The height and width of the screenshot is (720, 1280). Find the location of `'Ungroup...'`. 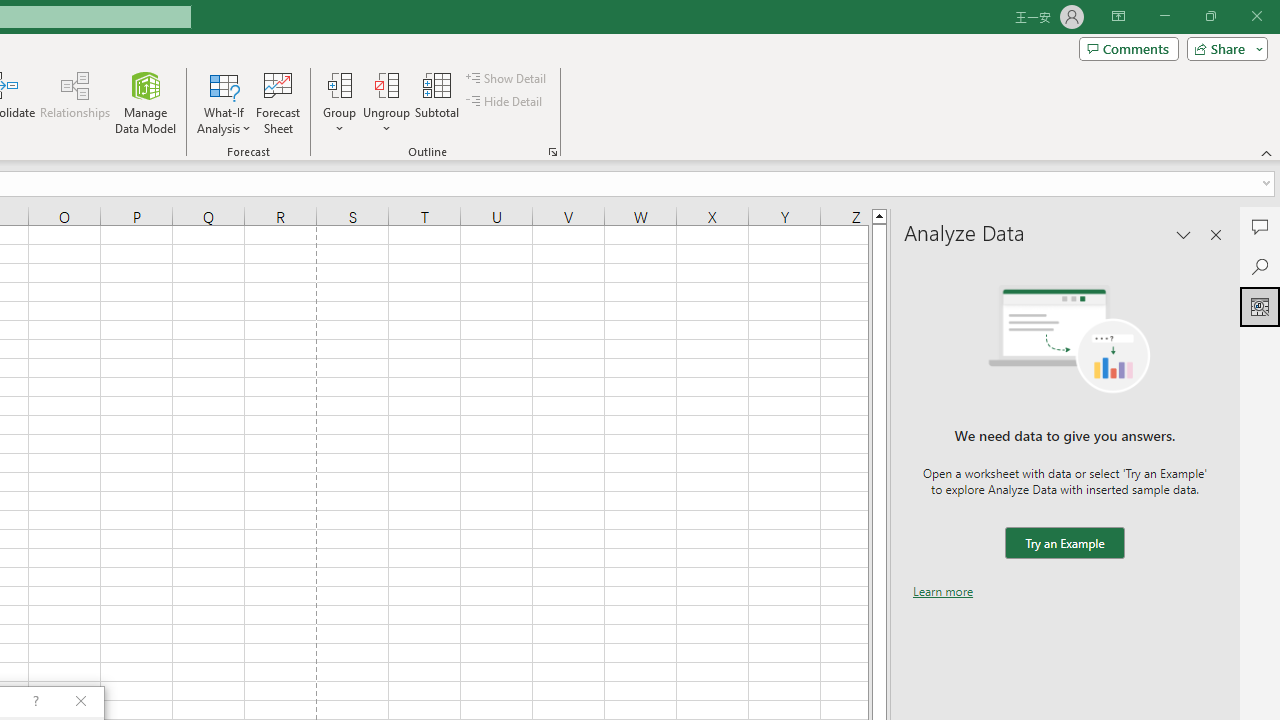

'Ungroup...' is located at coordinates (387, 84).